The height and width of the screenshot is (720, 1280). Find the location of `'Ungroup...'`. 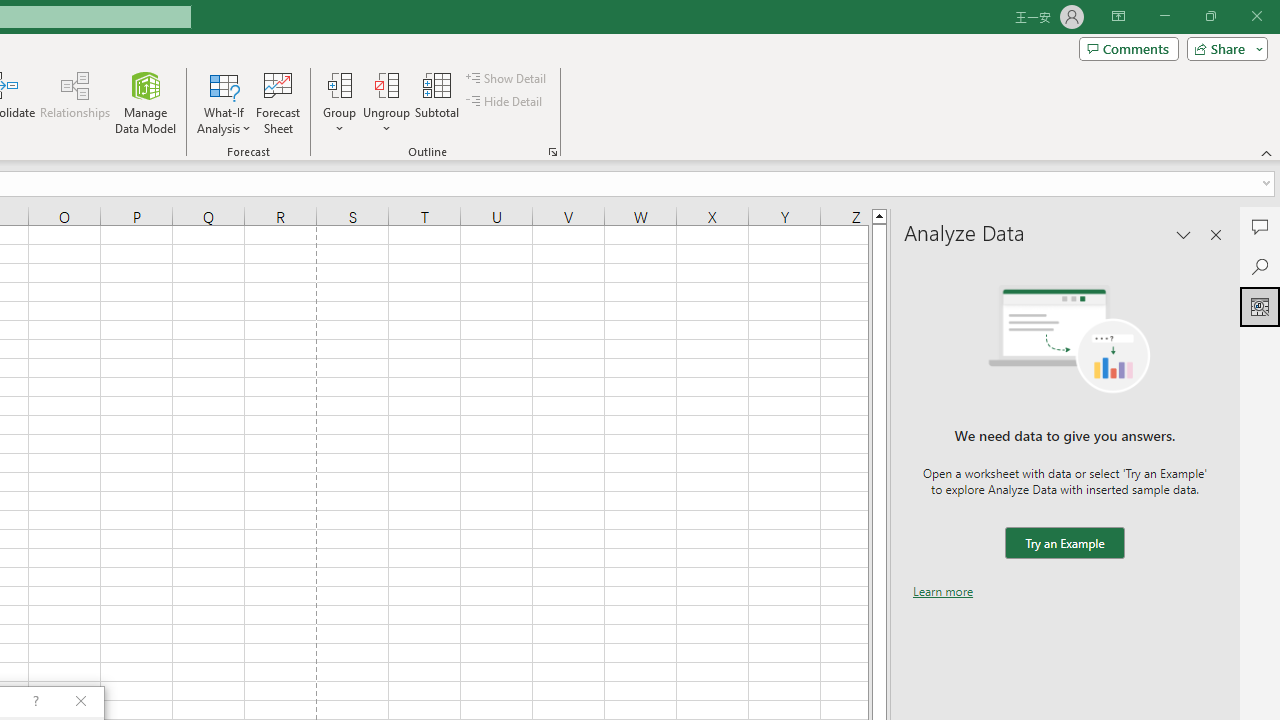

'Ungroup...' is located at coordinates (387, 84).